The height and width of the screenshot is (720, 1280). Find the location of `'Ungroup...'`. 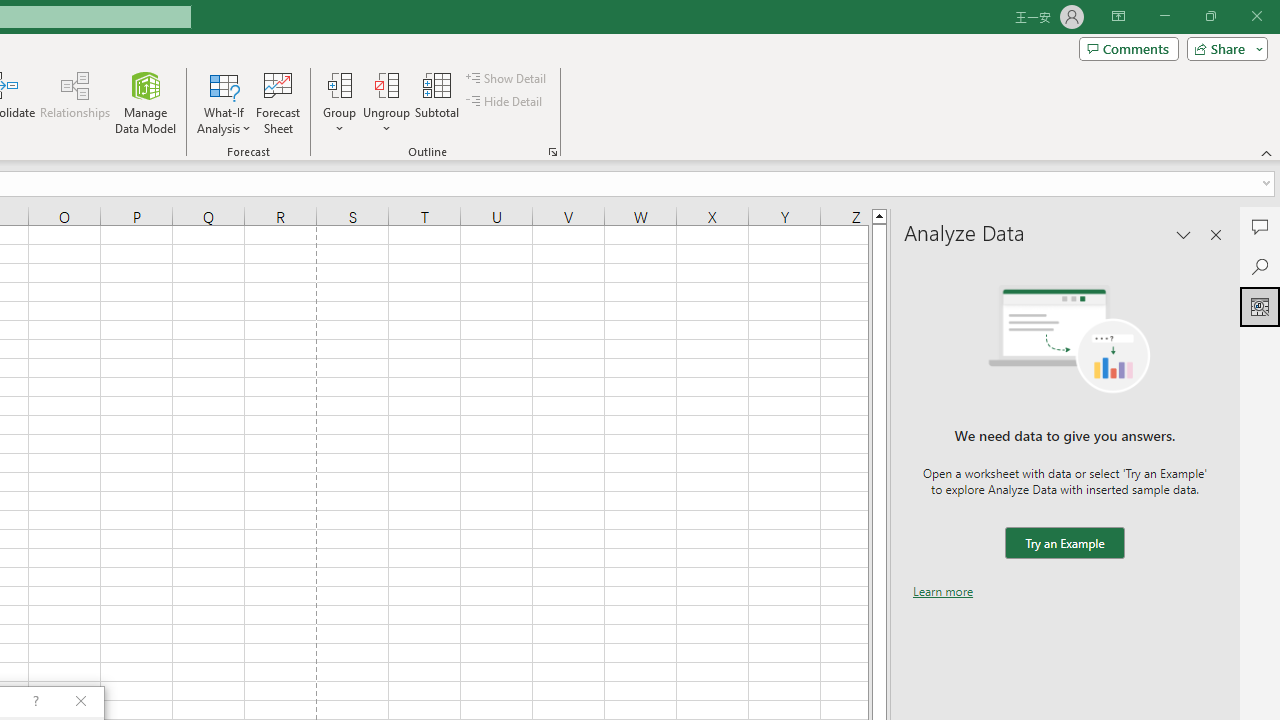

'Ungroup...' is located at coordinates (387, 84).